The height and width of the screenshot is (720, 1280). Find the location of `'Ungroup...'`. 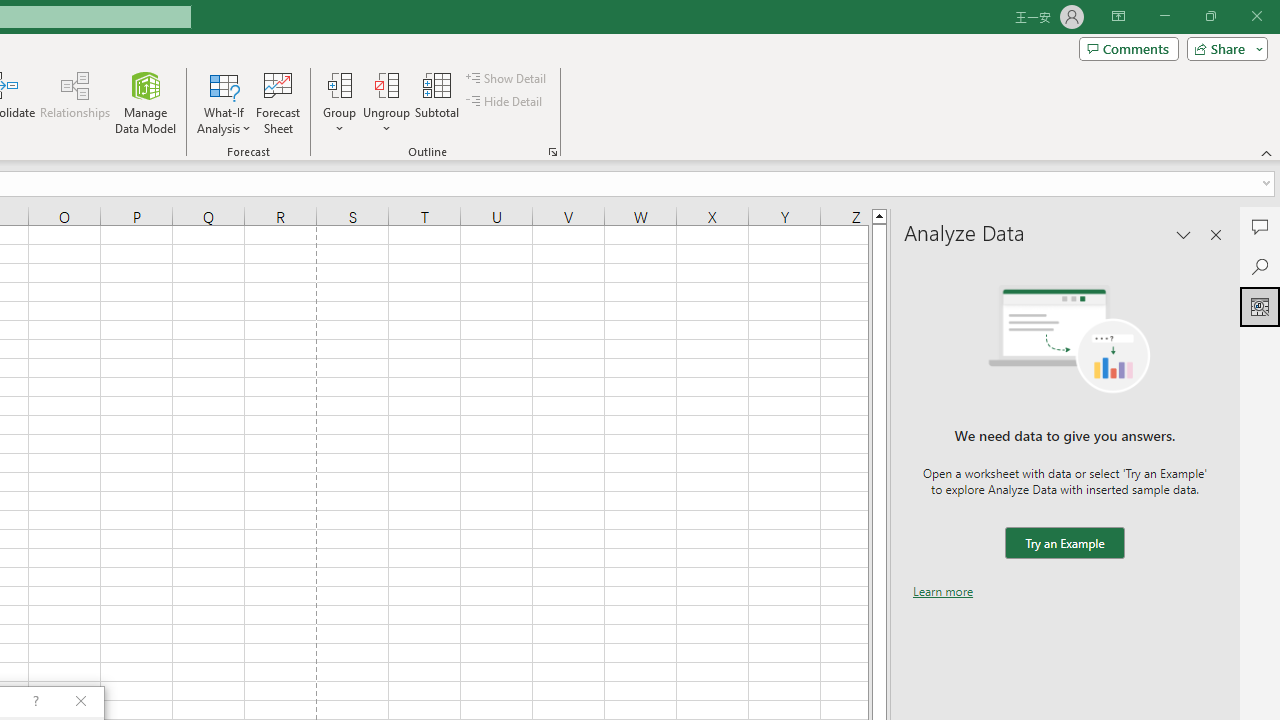

'Ungroup...' is located at coordinates (387, 84).